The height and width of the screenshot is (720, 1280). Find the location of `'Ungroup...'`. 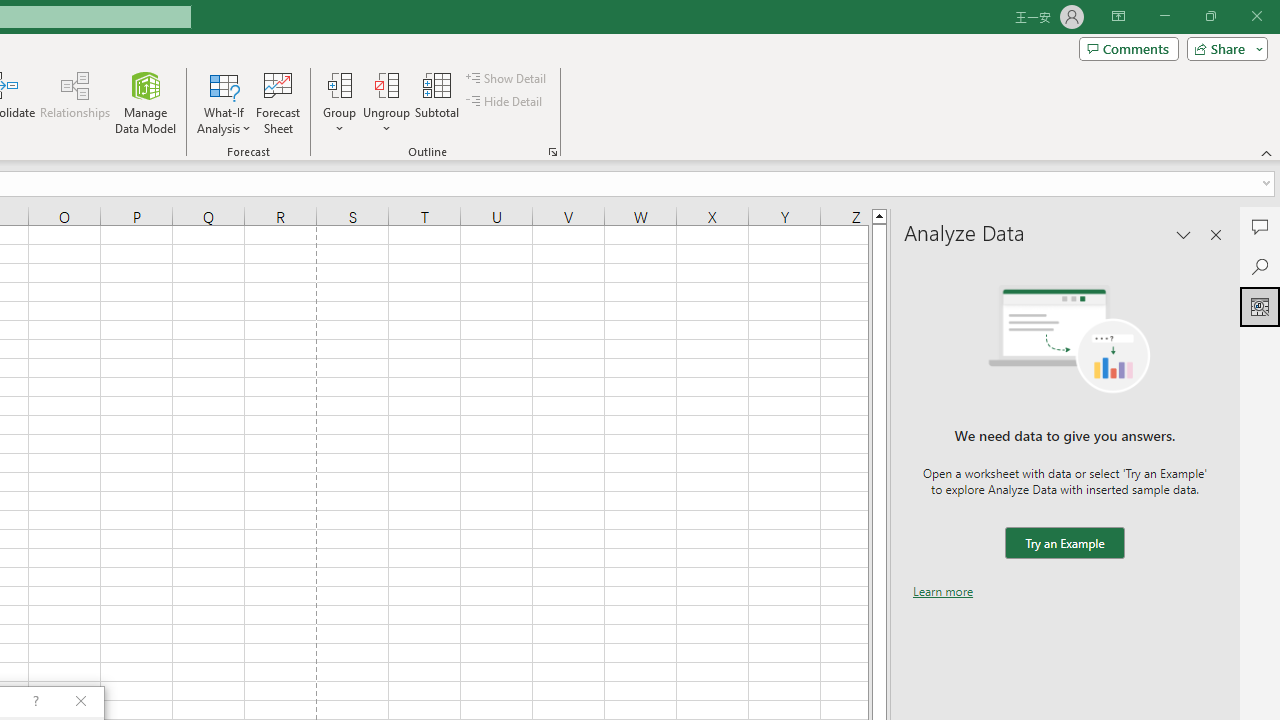

'Ungroup...' is located at coordinates (387, 84).